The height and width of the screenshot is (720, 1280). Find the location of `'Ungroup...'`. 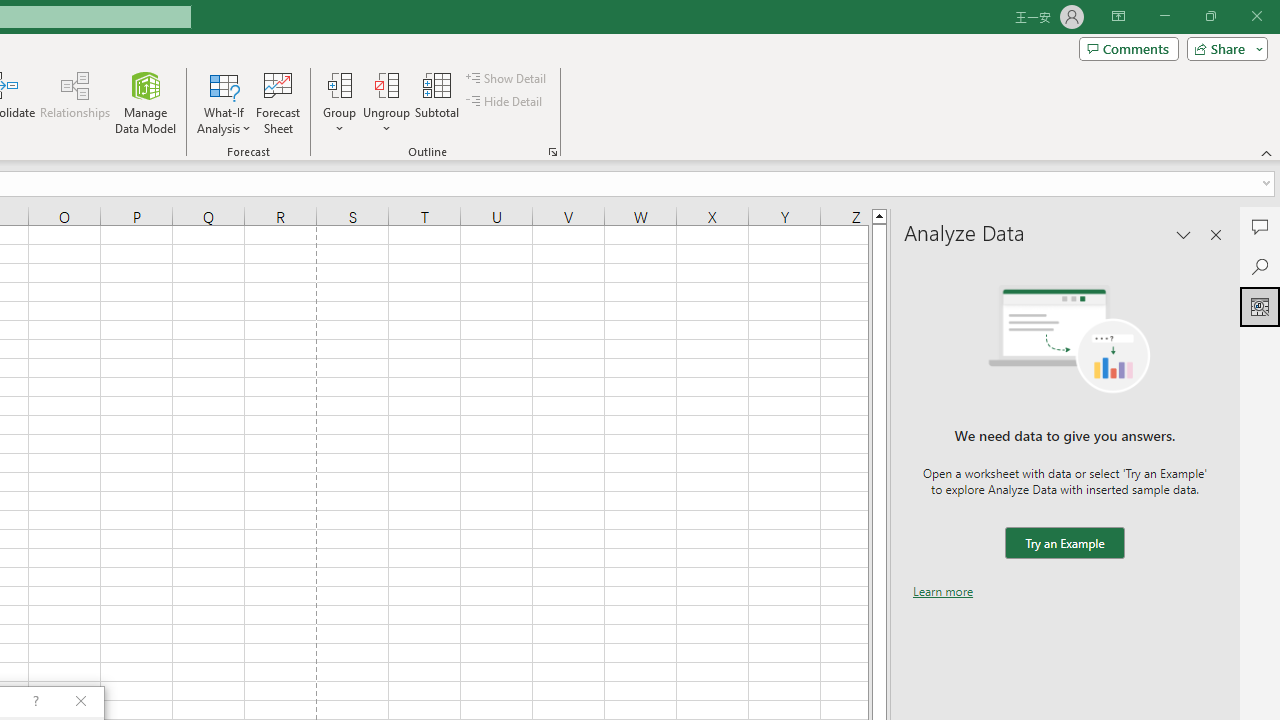

'Ungroup...' is located at coordinates (387, 84).